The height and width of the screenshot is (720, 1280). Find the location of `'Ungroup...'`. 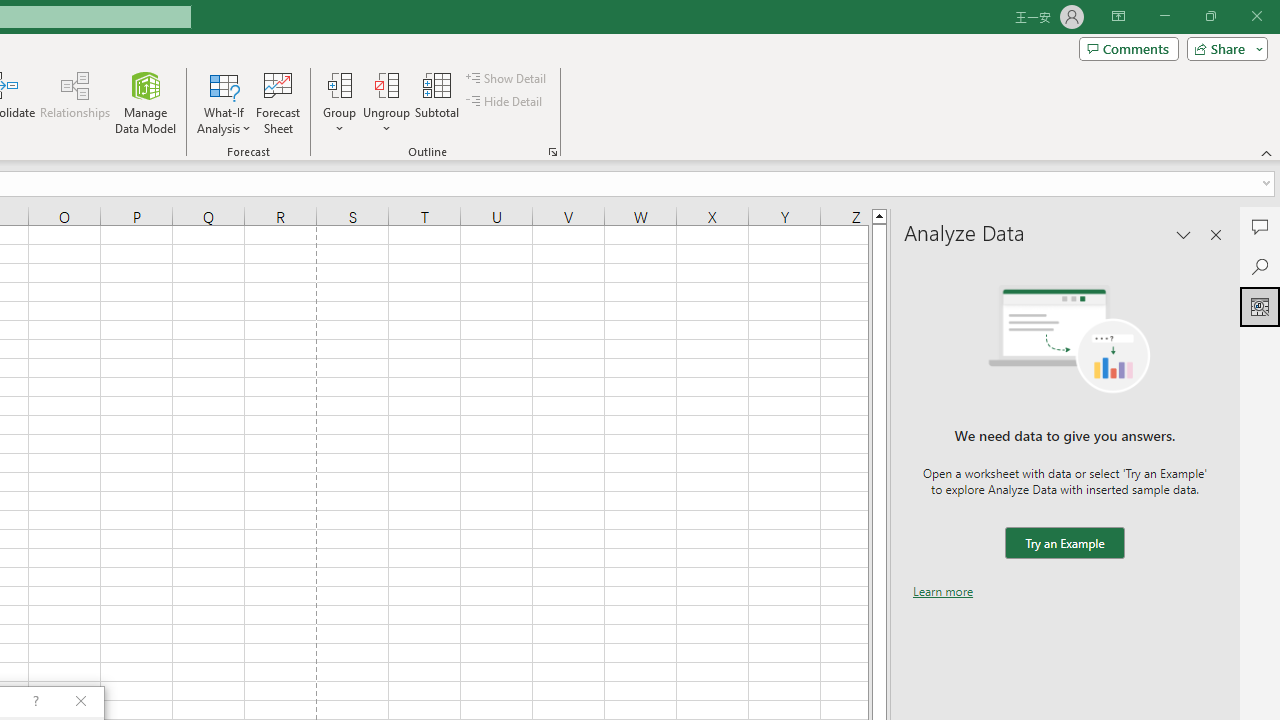

'Ungroup...' is located at coordinates (387, 84).